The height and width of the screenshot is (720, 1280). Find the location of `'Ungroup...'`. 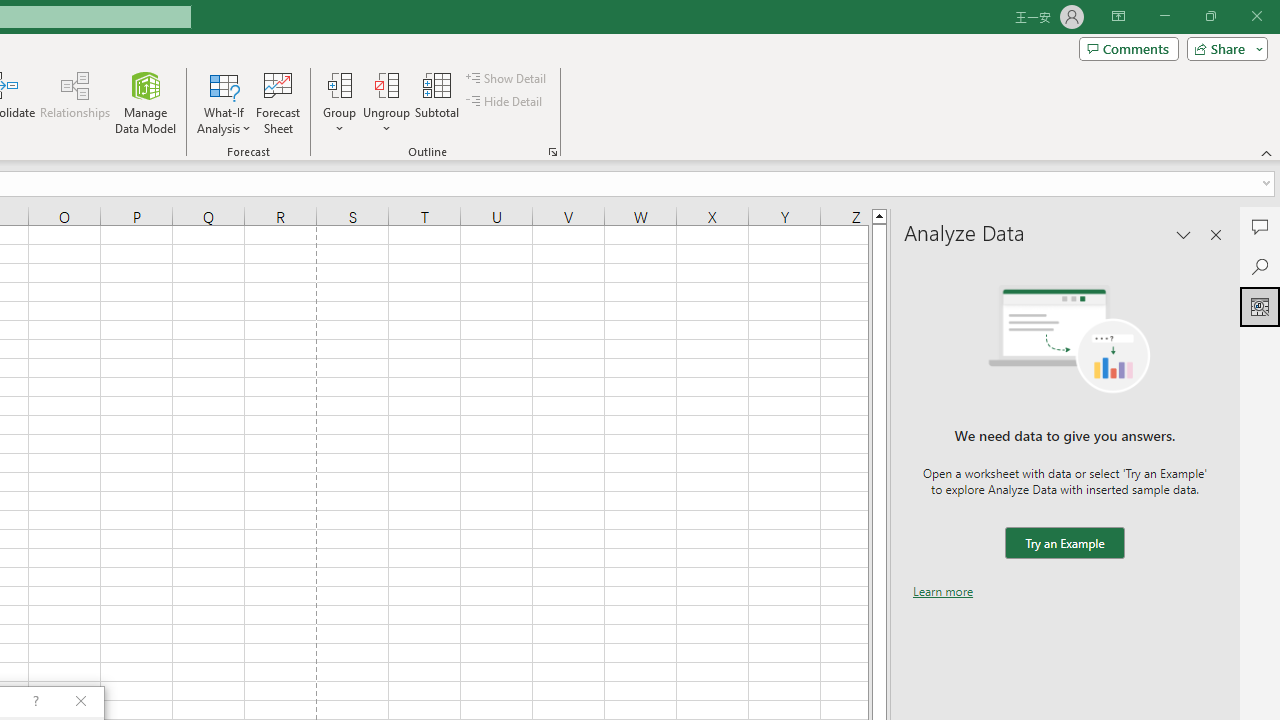

'Ungroup...' is located at coordinates (387, 84).